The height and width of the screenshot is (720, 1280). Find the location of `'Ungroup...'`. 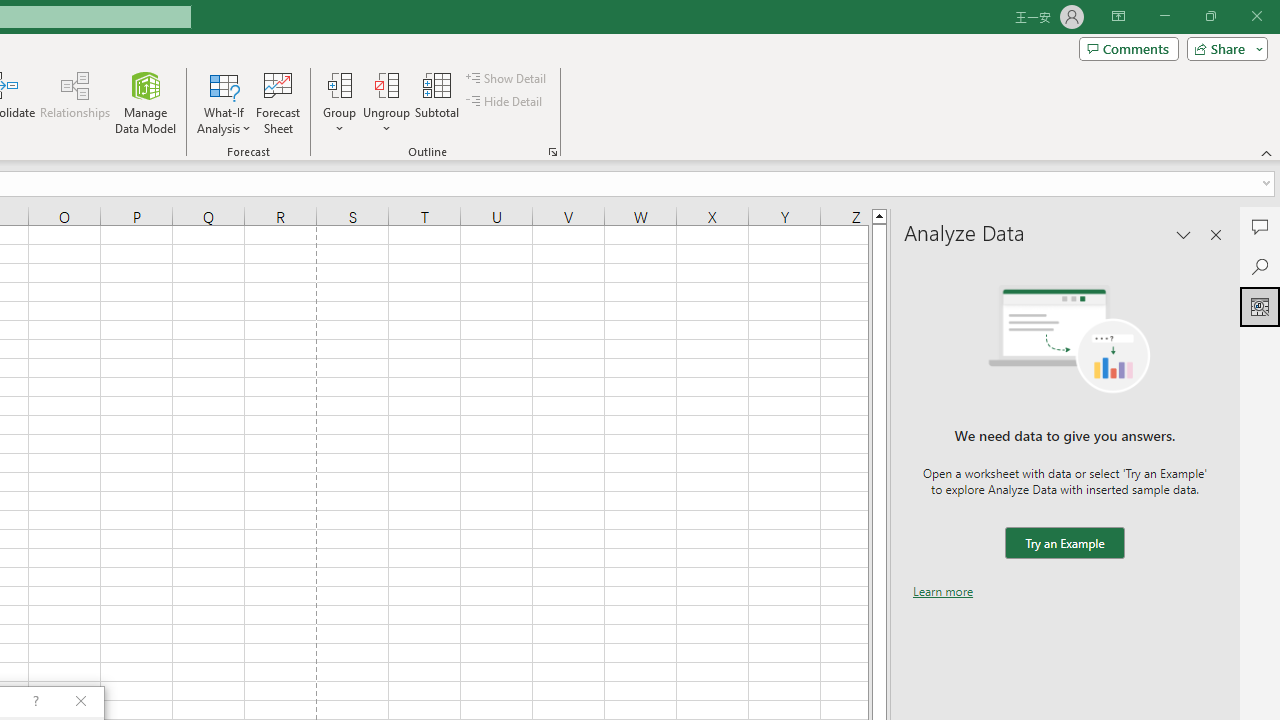

'Ungroup...' is located at coordinates (387, 84).